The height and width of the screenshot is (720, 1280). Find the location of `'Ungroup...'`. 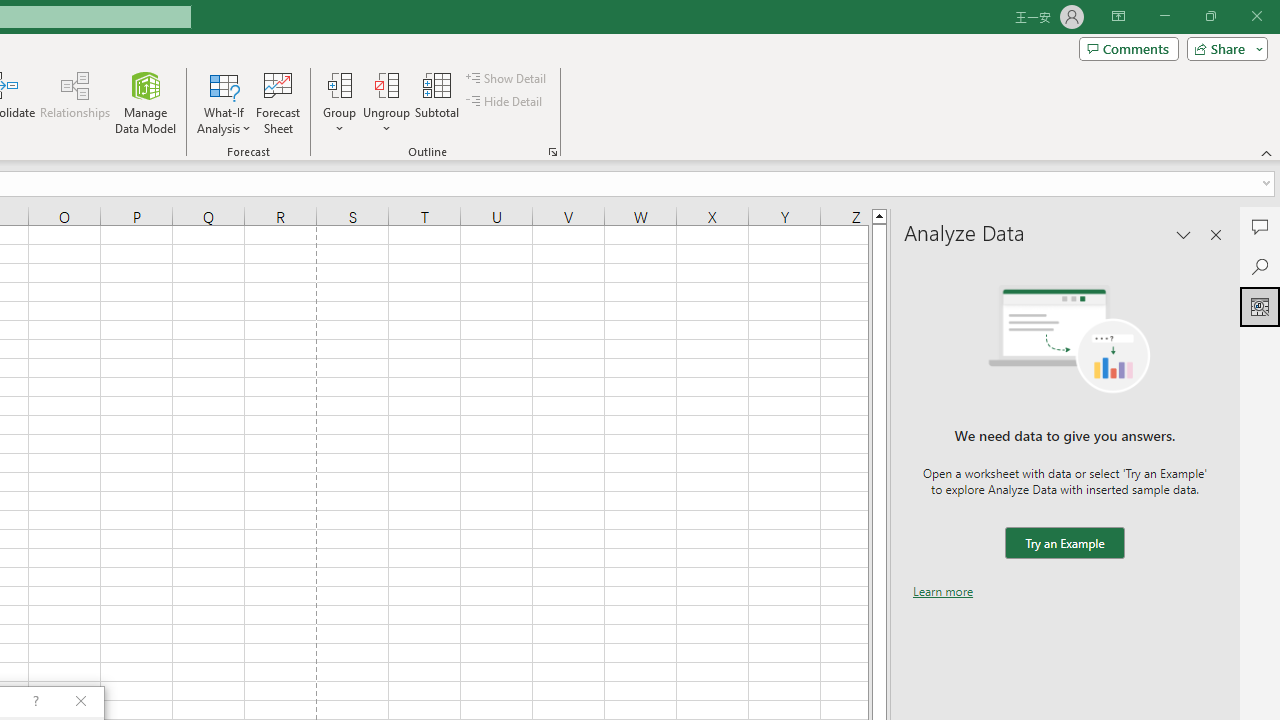

'Ungroup...' is located at coordinates (387, 84).